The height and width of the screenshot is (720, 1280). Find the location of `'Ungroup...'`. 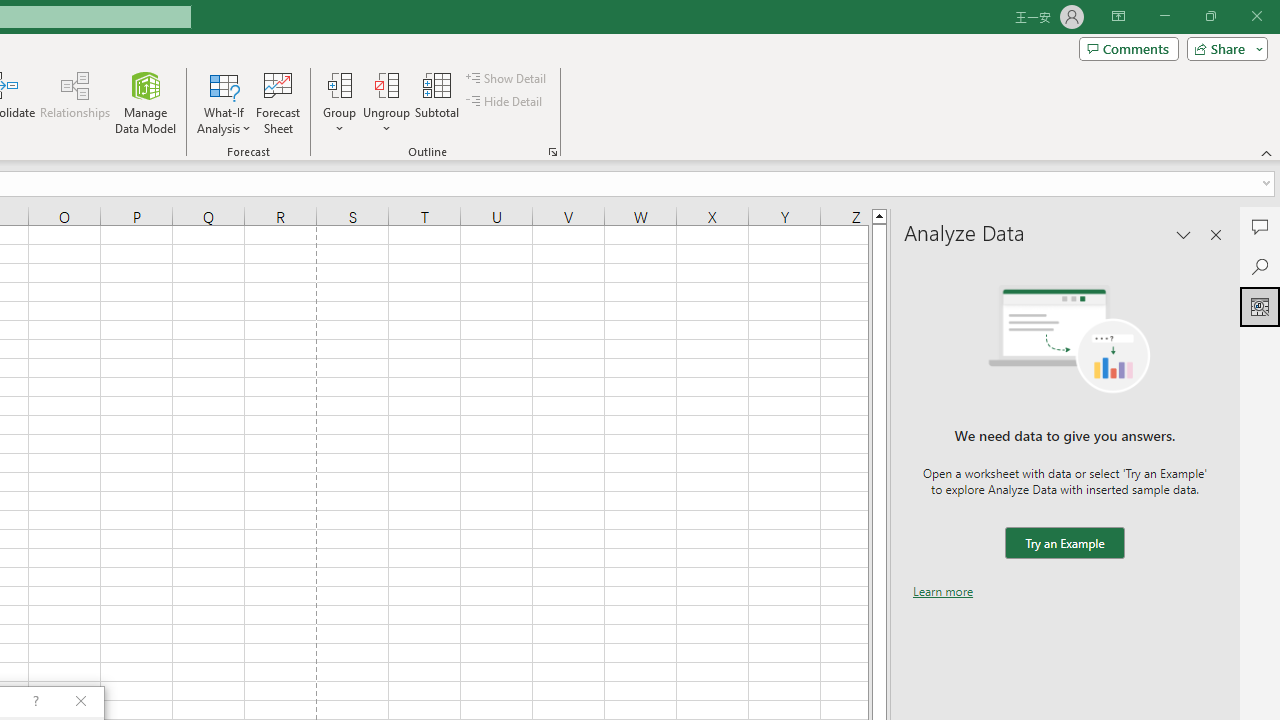

'Ungroup...' is located at coordinates (387, 84).